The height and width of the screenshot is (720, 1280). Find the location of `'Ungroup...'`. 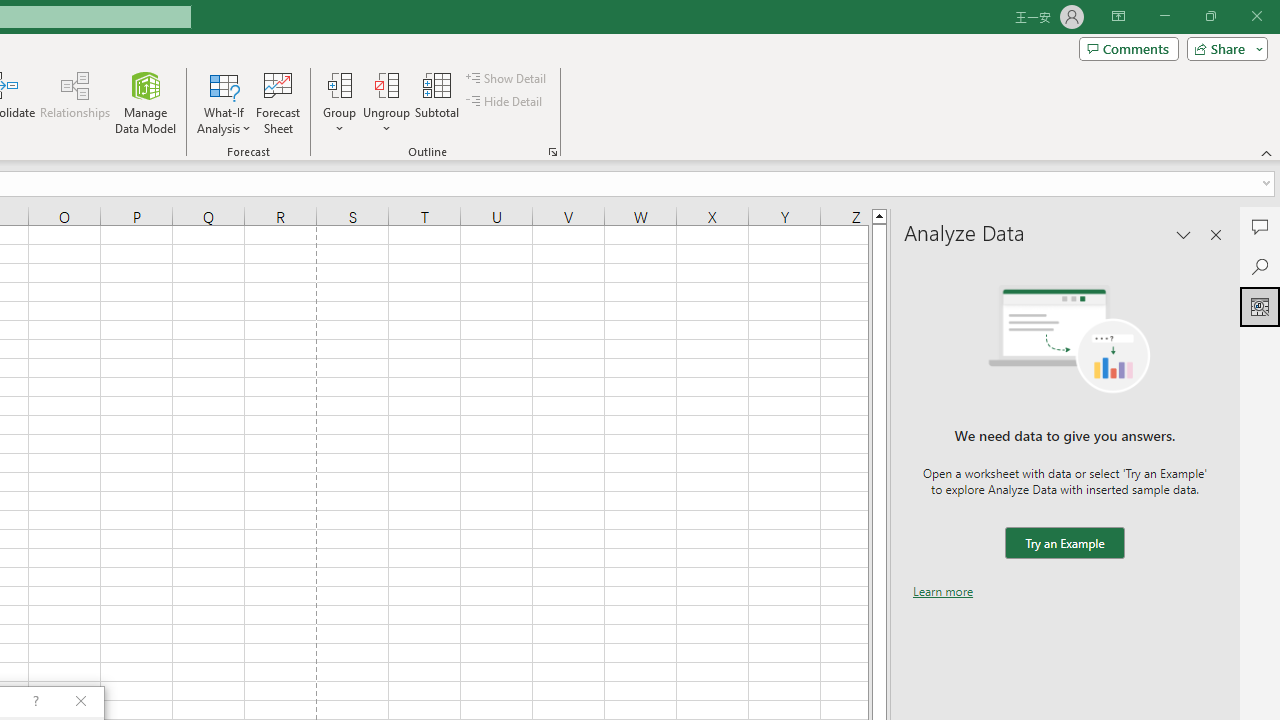

'Ungroup...' is located at coordinates (387, 84).